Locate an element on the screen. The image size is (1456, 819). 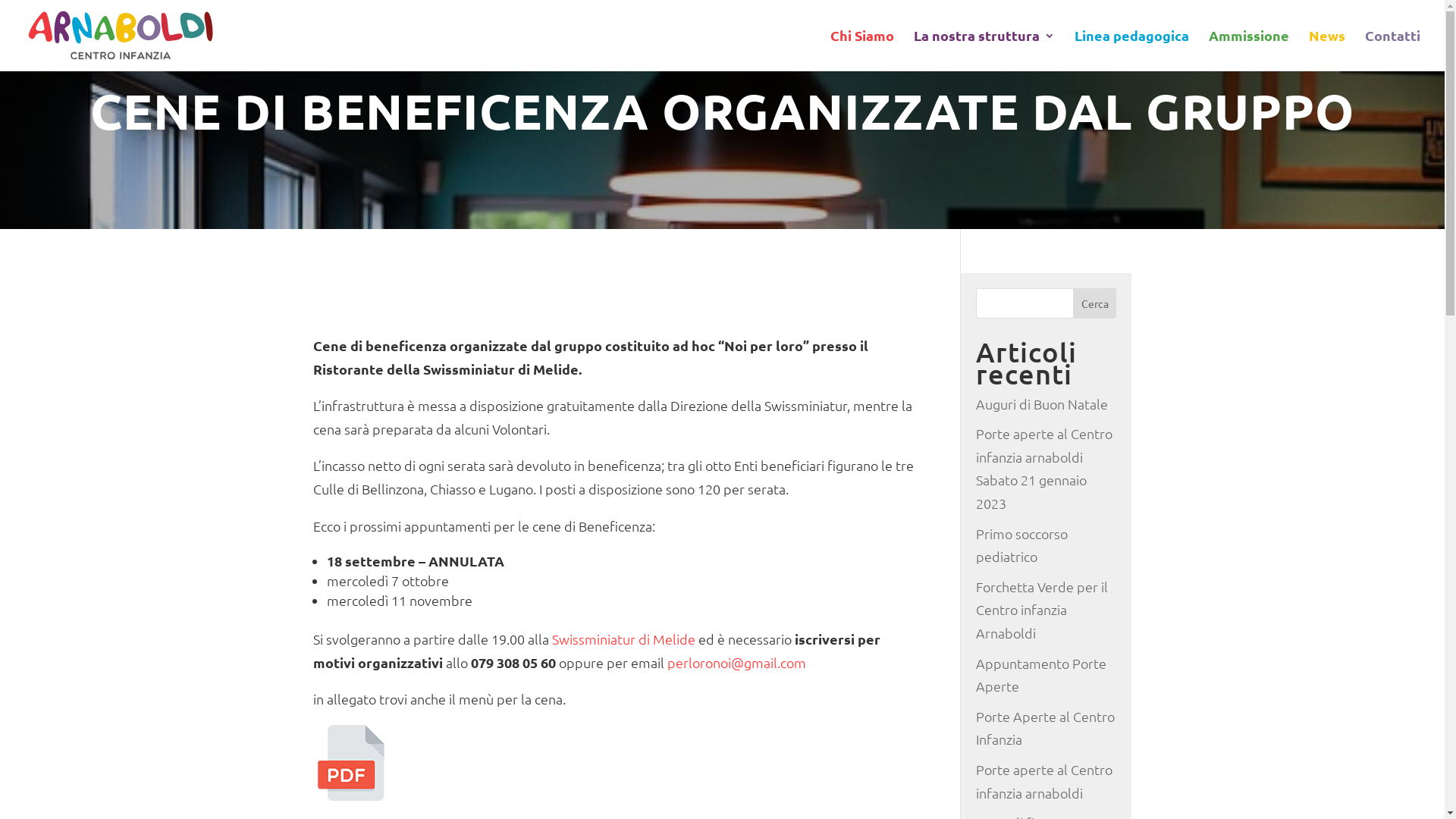
'Porte aperte al Centro infanzia arnaboldi' is located at coordinates (1043, 780).